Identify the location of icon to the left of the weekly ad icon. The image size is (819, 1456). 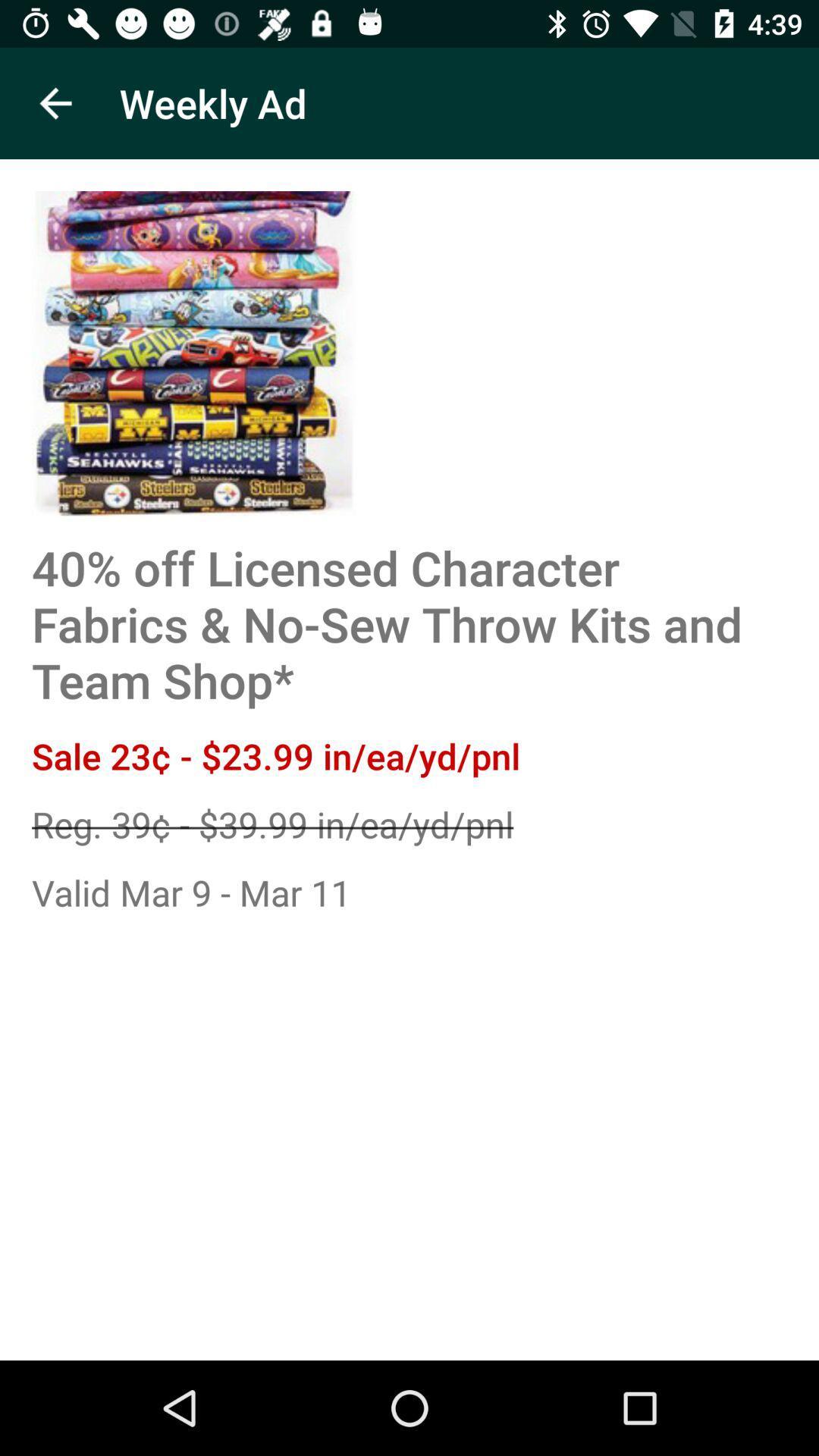
(55, 102).